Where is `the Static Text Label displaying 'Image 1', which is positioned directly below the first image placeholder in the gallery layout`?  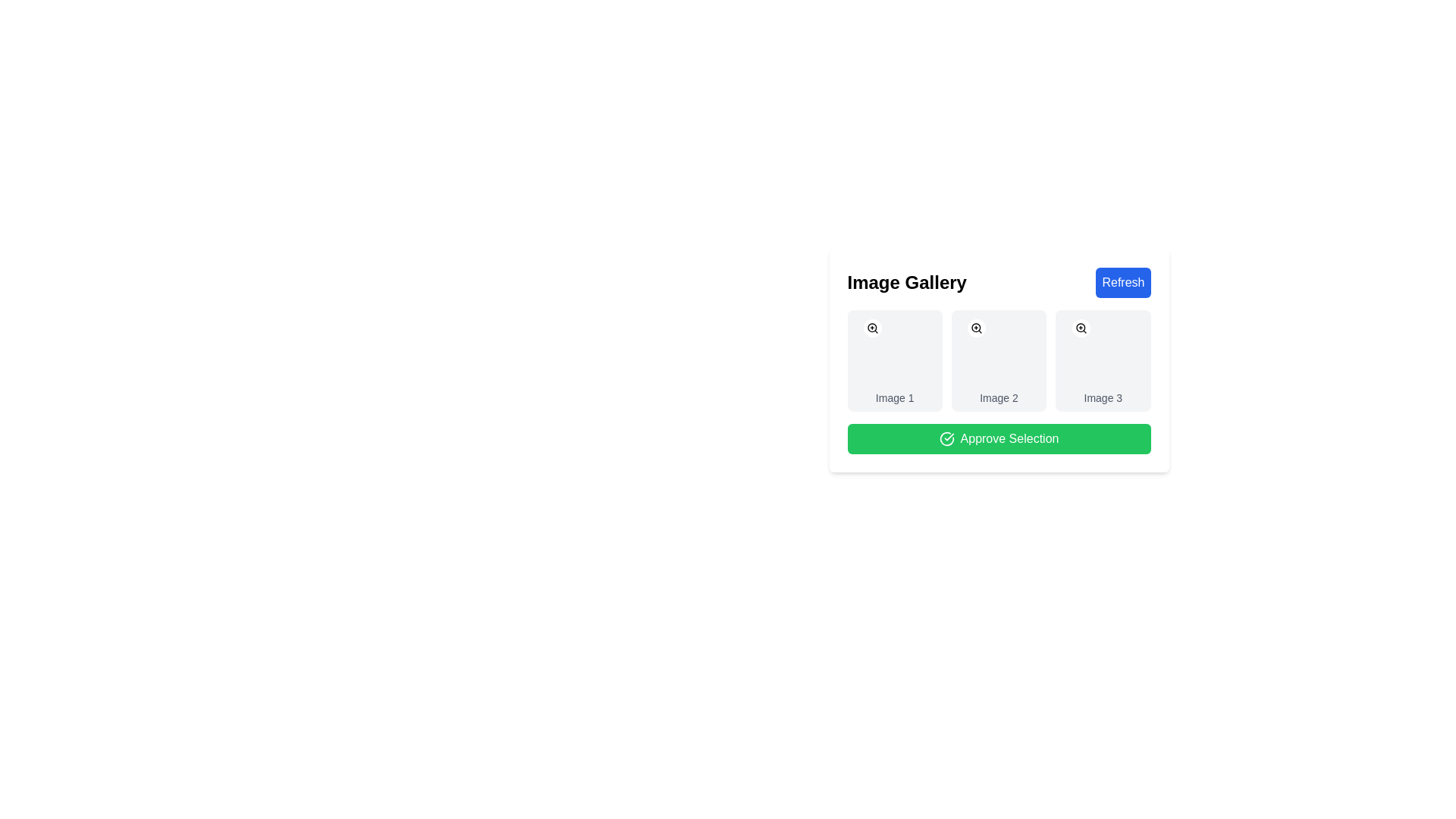 the Static Text Label displaying 'Image 1', which is positioned directly below the first image placeholder in the gallery layout is located at coordinates (895, 397).